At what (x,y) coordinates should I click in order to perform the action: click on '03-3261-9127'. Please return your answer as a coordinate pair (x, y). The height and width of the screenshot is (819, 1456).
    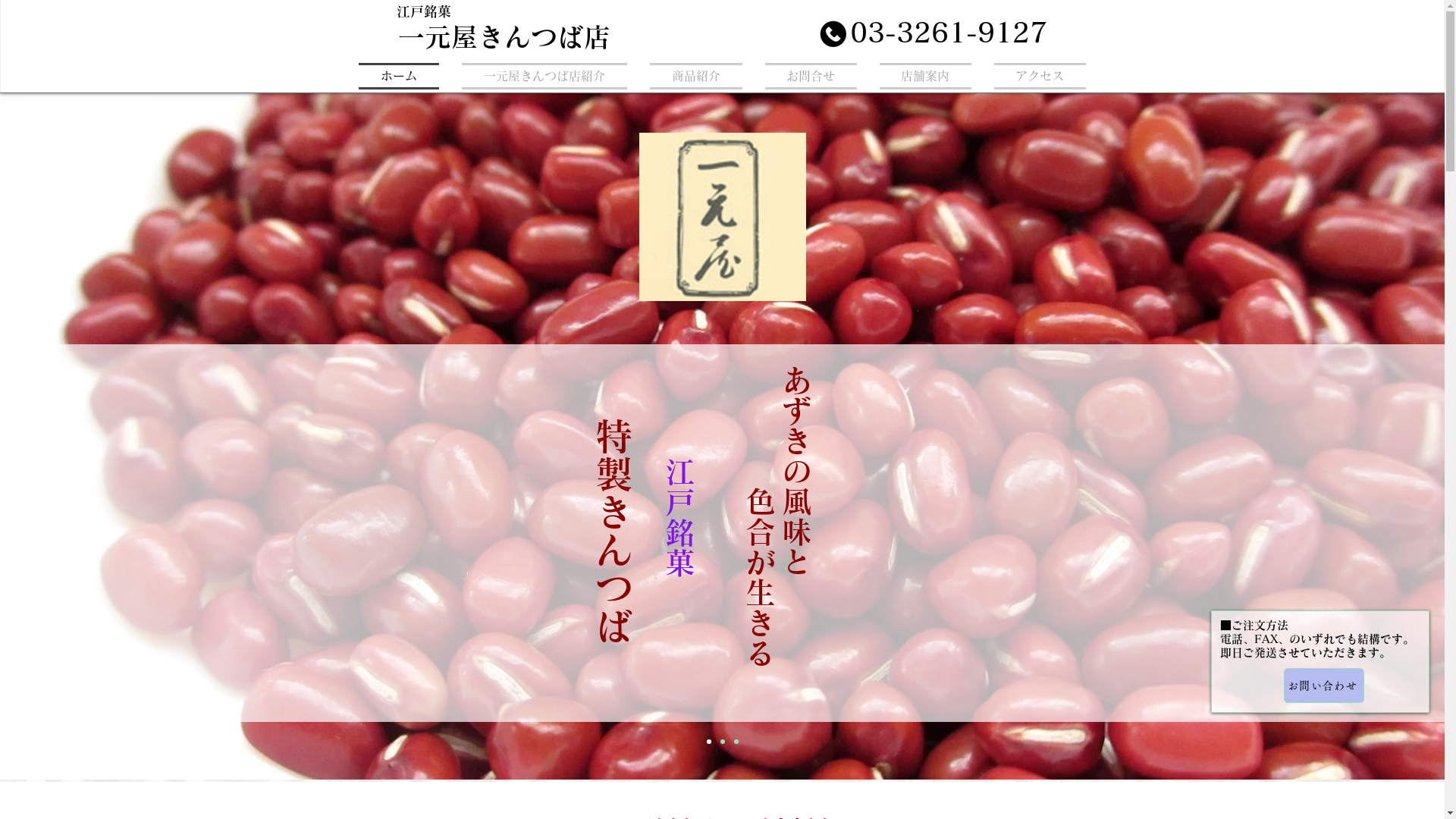
    Looking at the image, I should click on (946, 33).